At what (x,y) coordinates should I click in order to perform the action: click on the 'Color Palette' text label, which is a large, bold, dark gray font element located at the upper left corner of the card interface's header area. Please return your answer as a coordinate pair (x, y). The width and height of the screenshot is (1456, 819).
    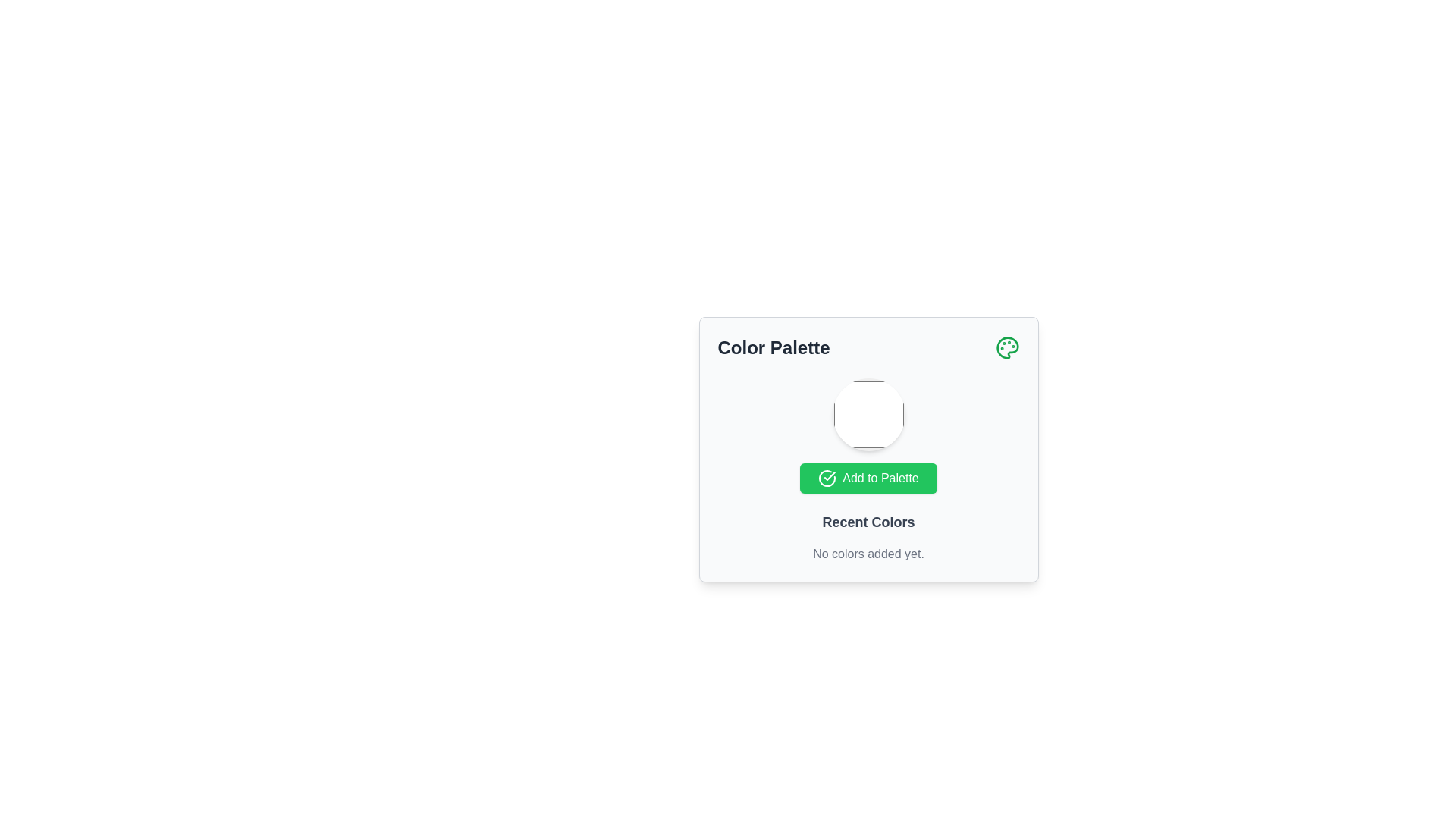
    Looking at the image, I should click on (773, 348).